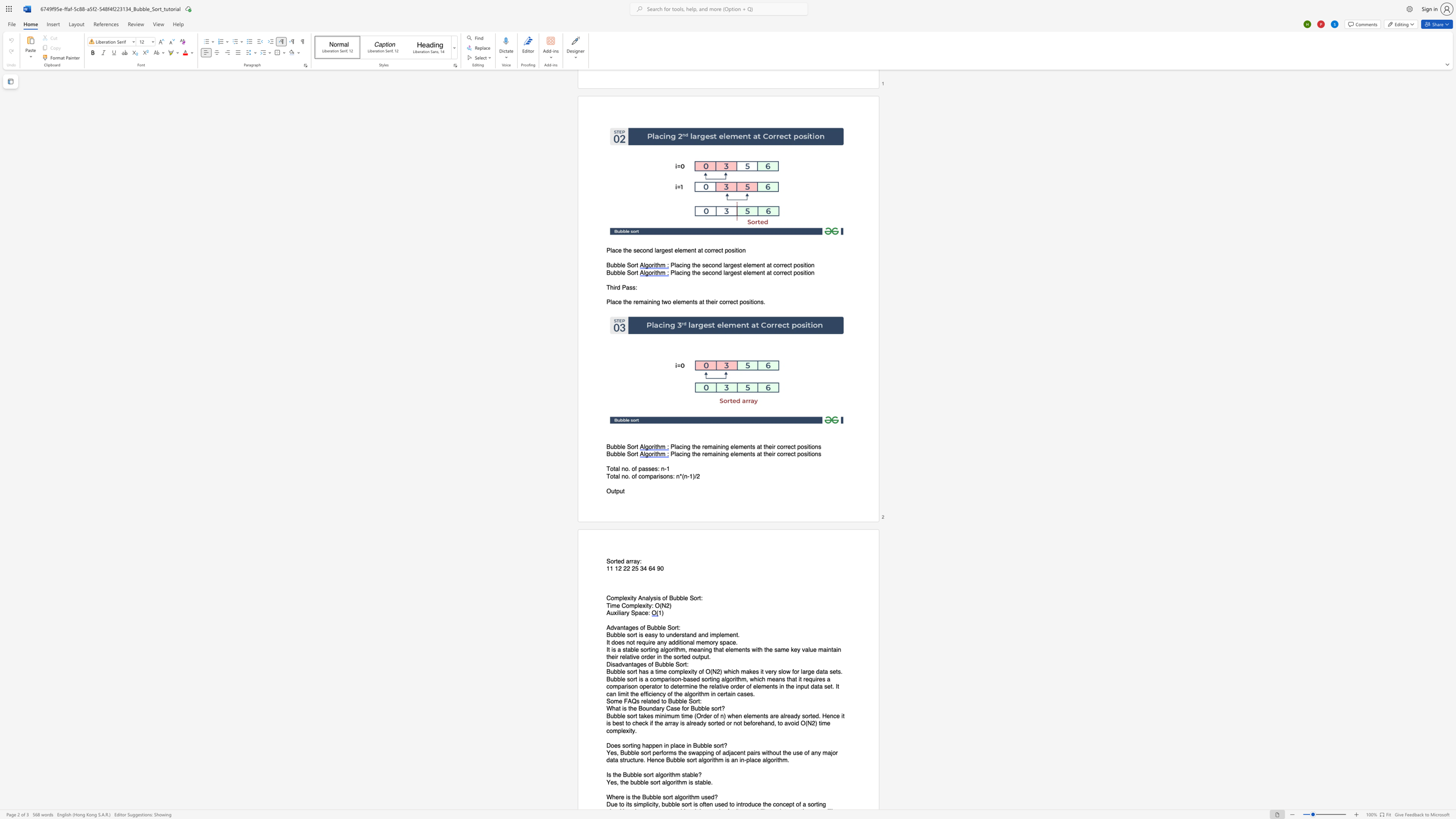  I want to click on the space between the continuous character "o" and "r" in the text, so click(696, 701).